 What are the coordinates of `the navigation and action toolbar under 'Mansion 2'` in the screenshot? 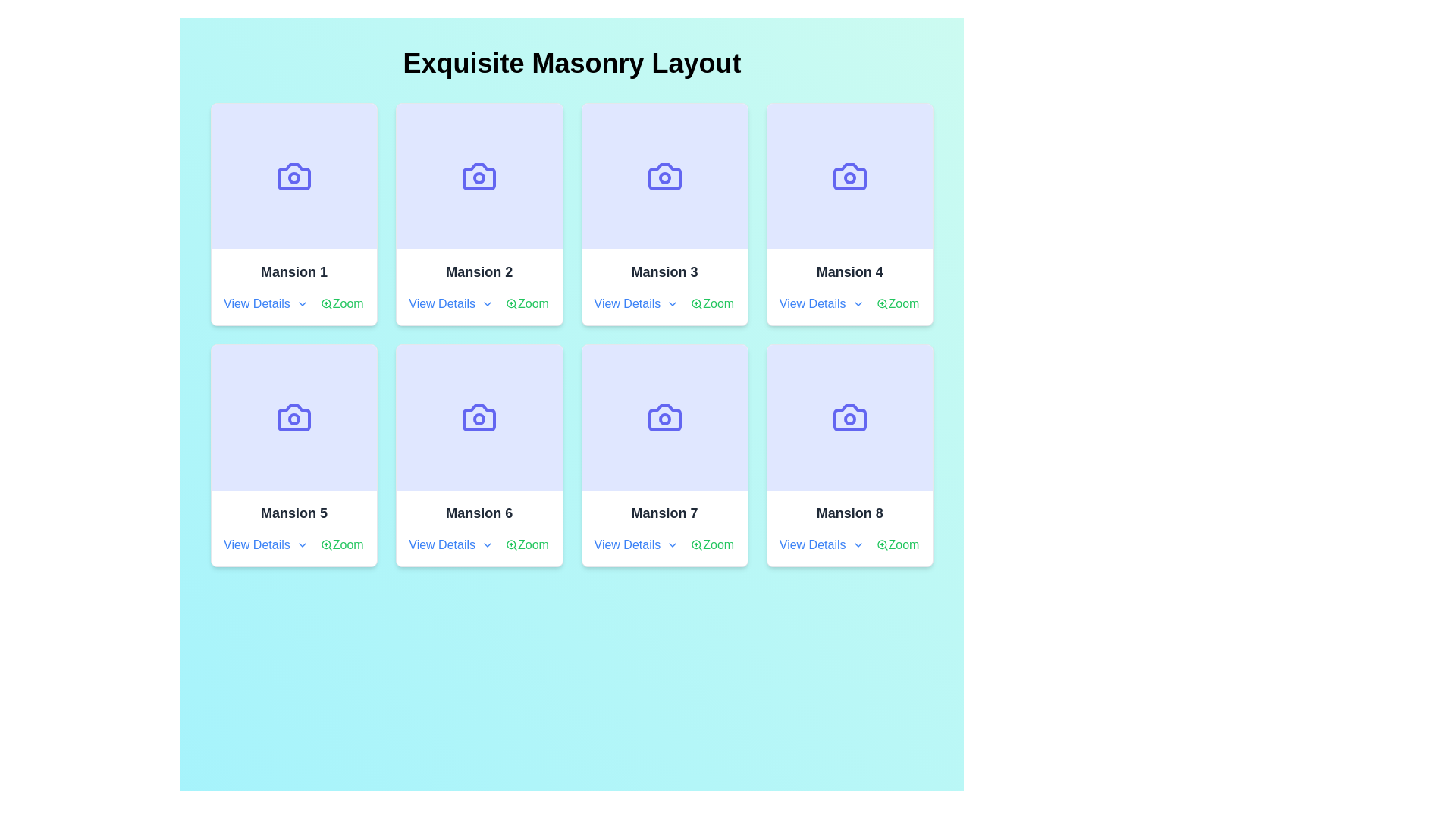 It's located at (479, 304).